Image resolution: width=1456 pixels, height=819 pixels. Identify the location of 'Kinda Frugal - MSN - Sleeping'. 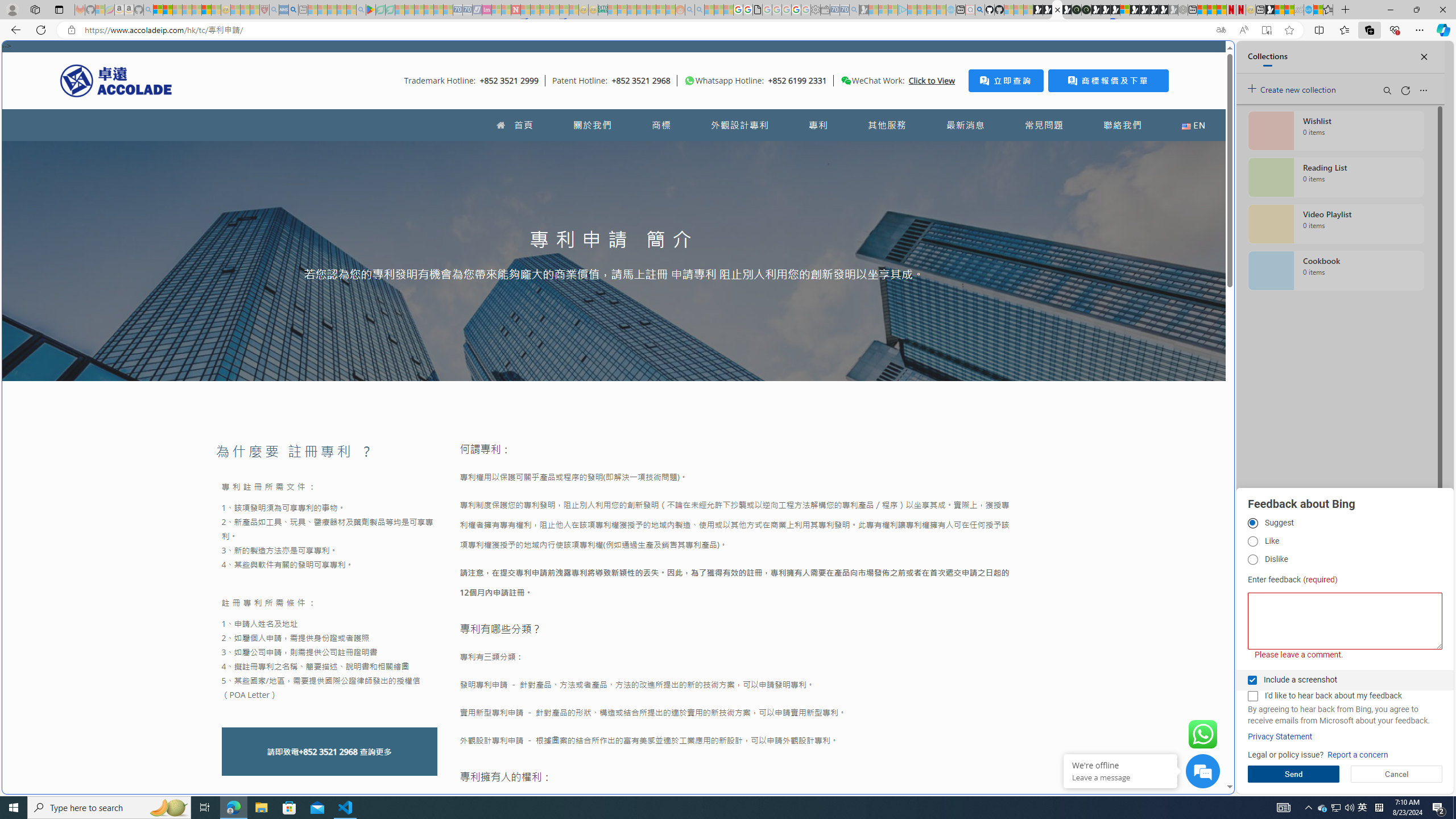
(651, 9).